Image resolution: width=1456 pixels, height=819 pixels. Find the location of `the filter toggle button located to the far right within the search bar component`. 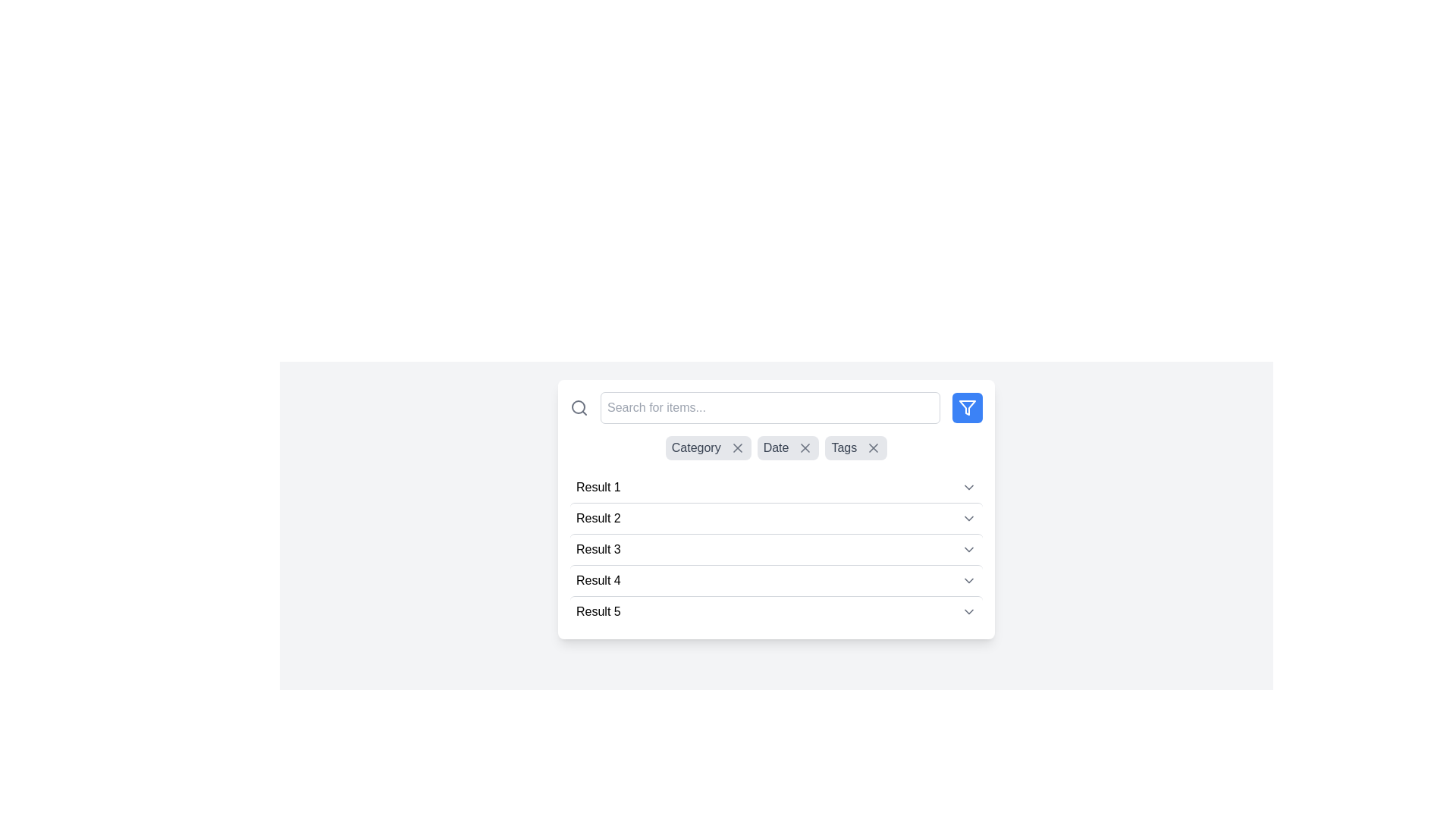

the filter toggle button located to the far right within the search bar component is located at coordinates (967, 406).